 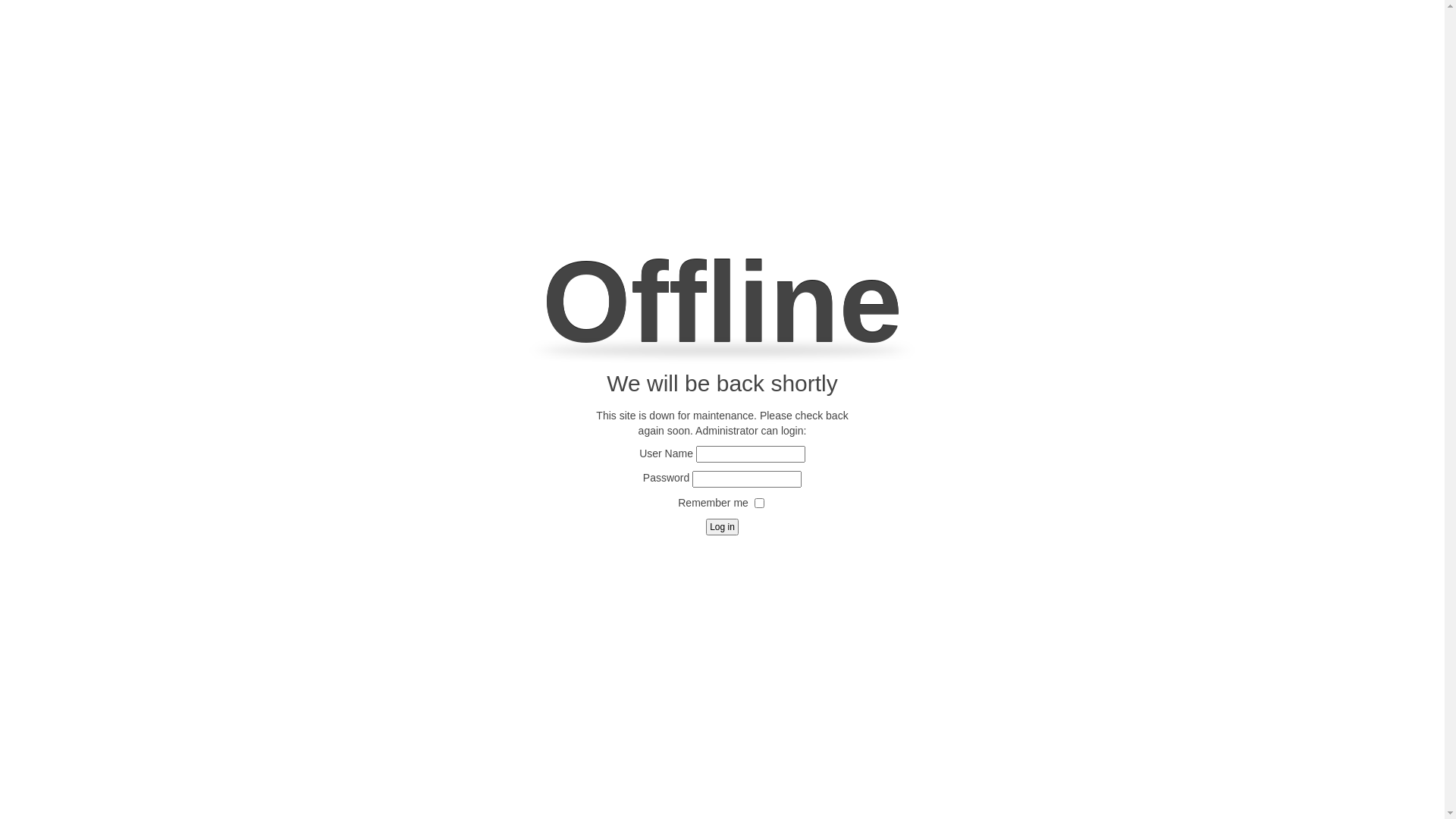 I want to click on 'Log in', so click(x=721, y=526).